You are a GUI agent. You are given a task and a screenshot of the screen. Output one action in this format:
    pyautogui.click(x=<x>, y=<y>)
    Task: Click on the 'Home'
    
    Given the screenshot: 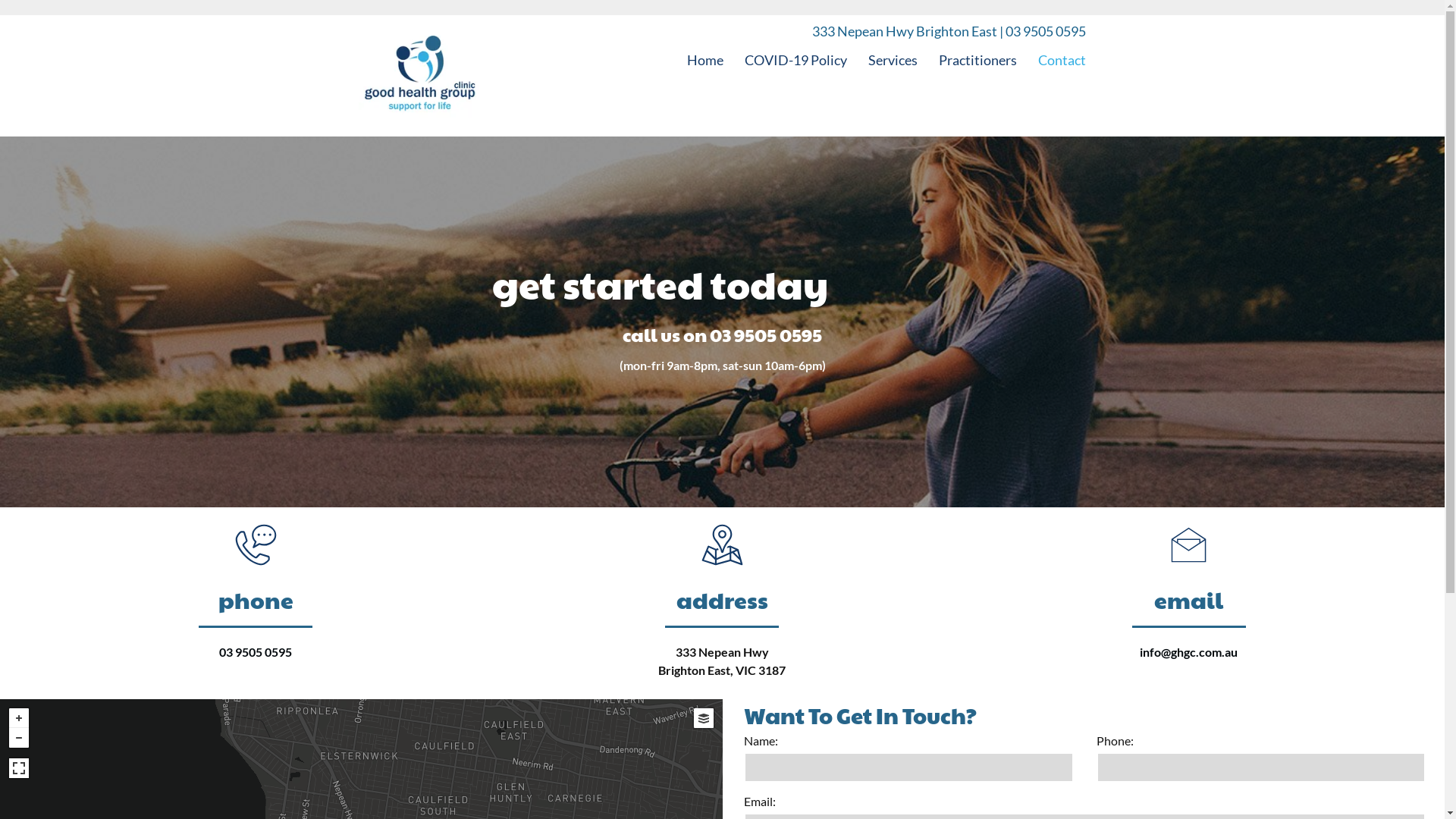 What is the action you would take?
    pyautogui.click(x=704, y=58)
    